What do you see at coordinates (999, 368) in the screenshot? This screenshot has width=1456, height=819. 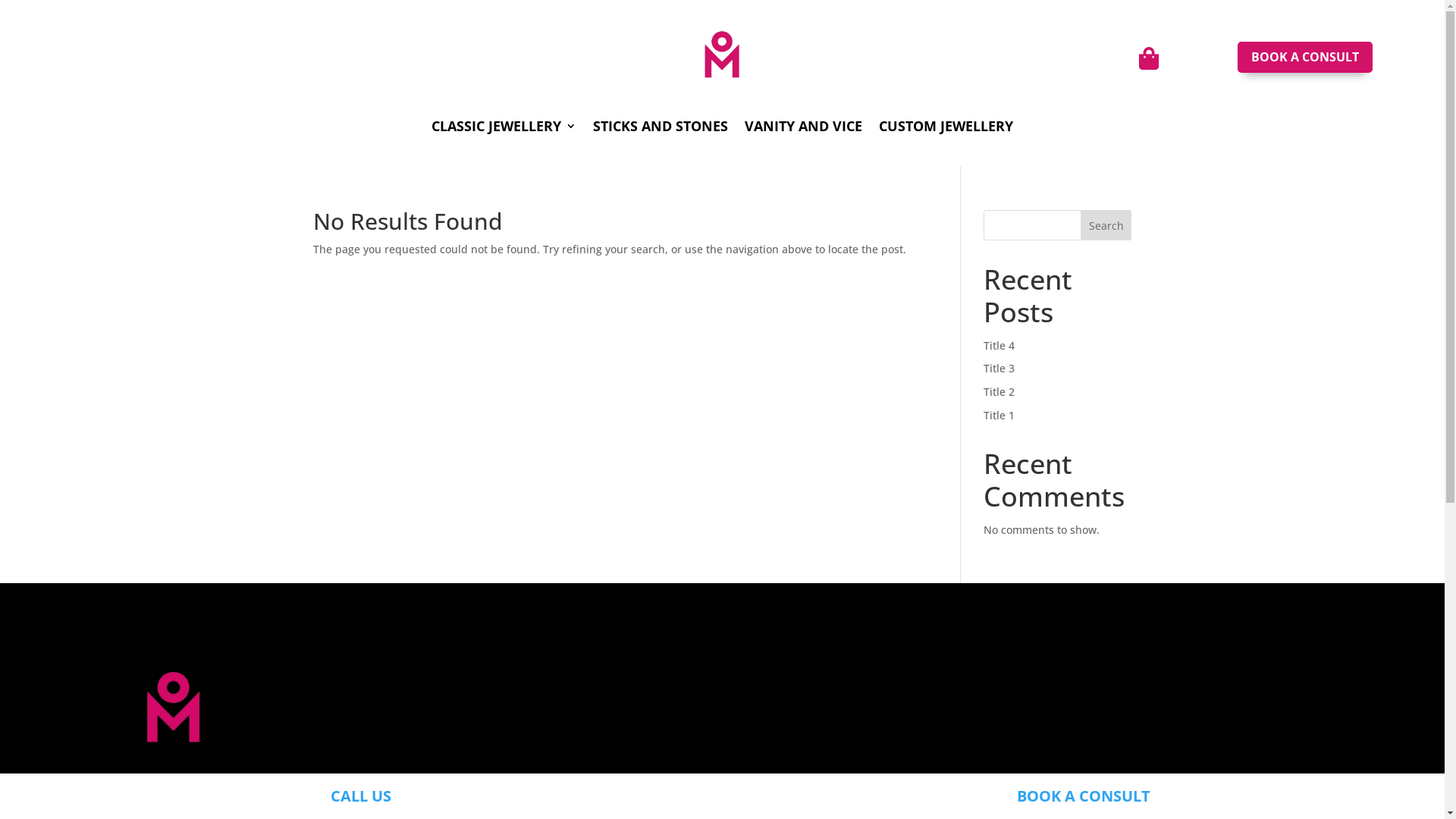 I see `'Title 3'` at bounding box center [999, 368].